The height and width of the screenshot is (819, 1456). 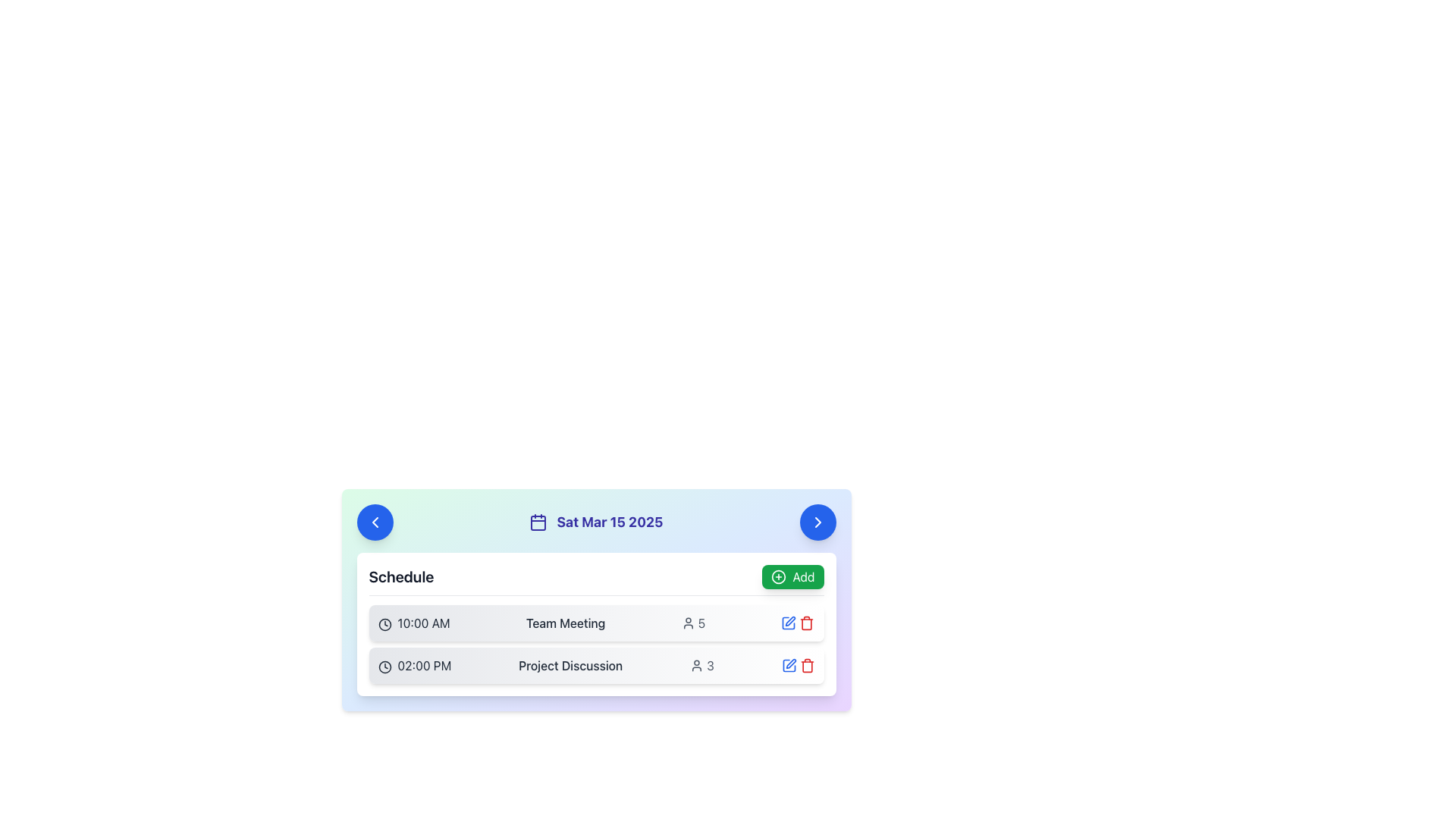 What do you see at coordinates (414, 665) in the screenshot?
I see `the text label displaying '02:00 PM' with a clock icon, located at the start of the second row in the schedule's item list` at bounding box center [414, 665].